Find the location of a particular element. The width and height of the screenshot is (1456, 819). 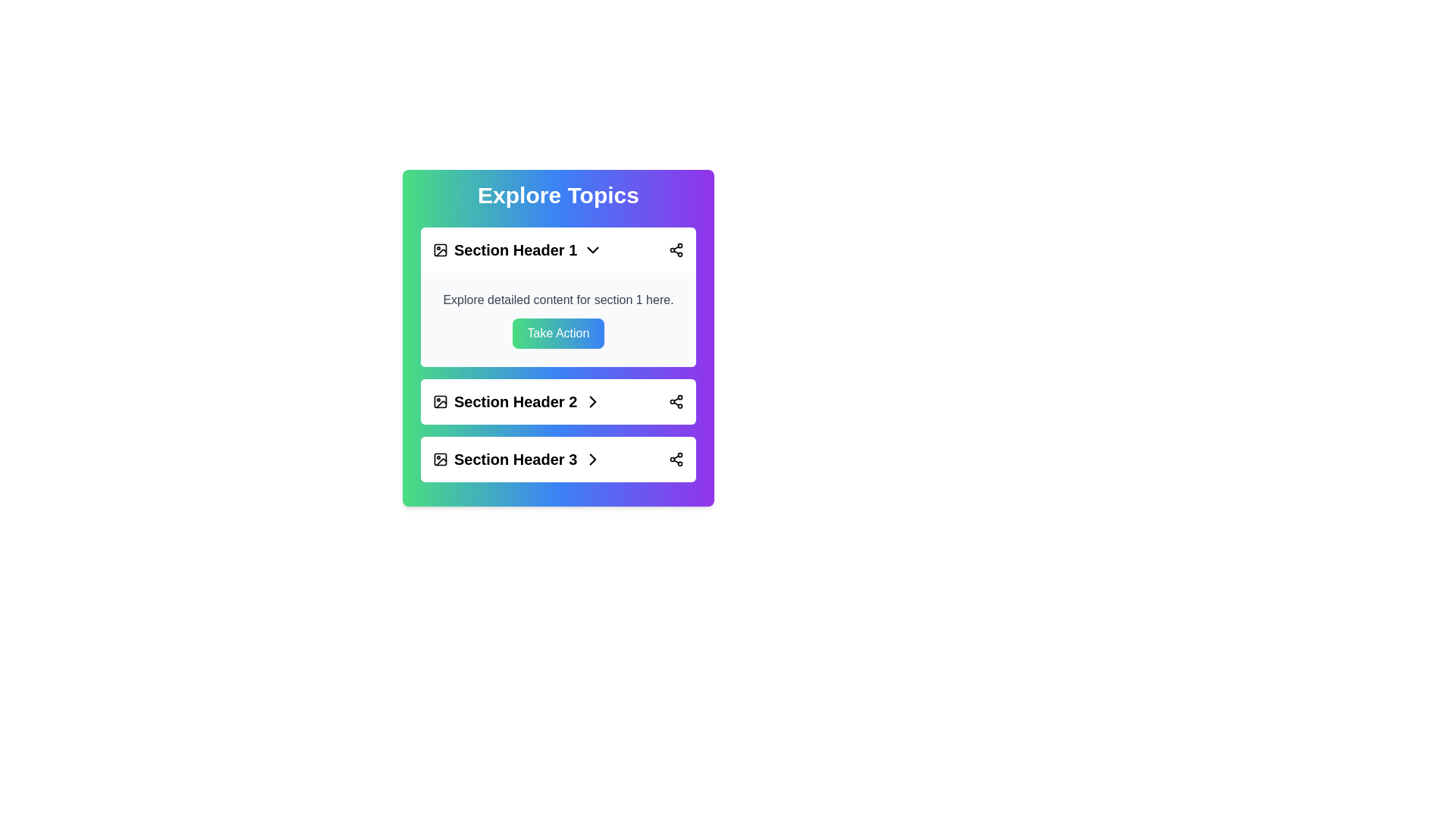

the icon representing image-related functionality in the 'Explore Topics' section, located at the left end of the third row, next to 'Section Header 3' is located at coordinates (439, 458).